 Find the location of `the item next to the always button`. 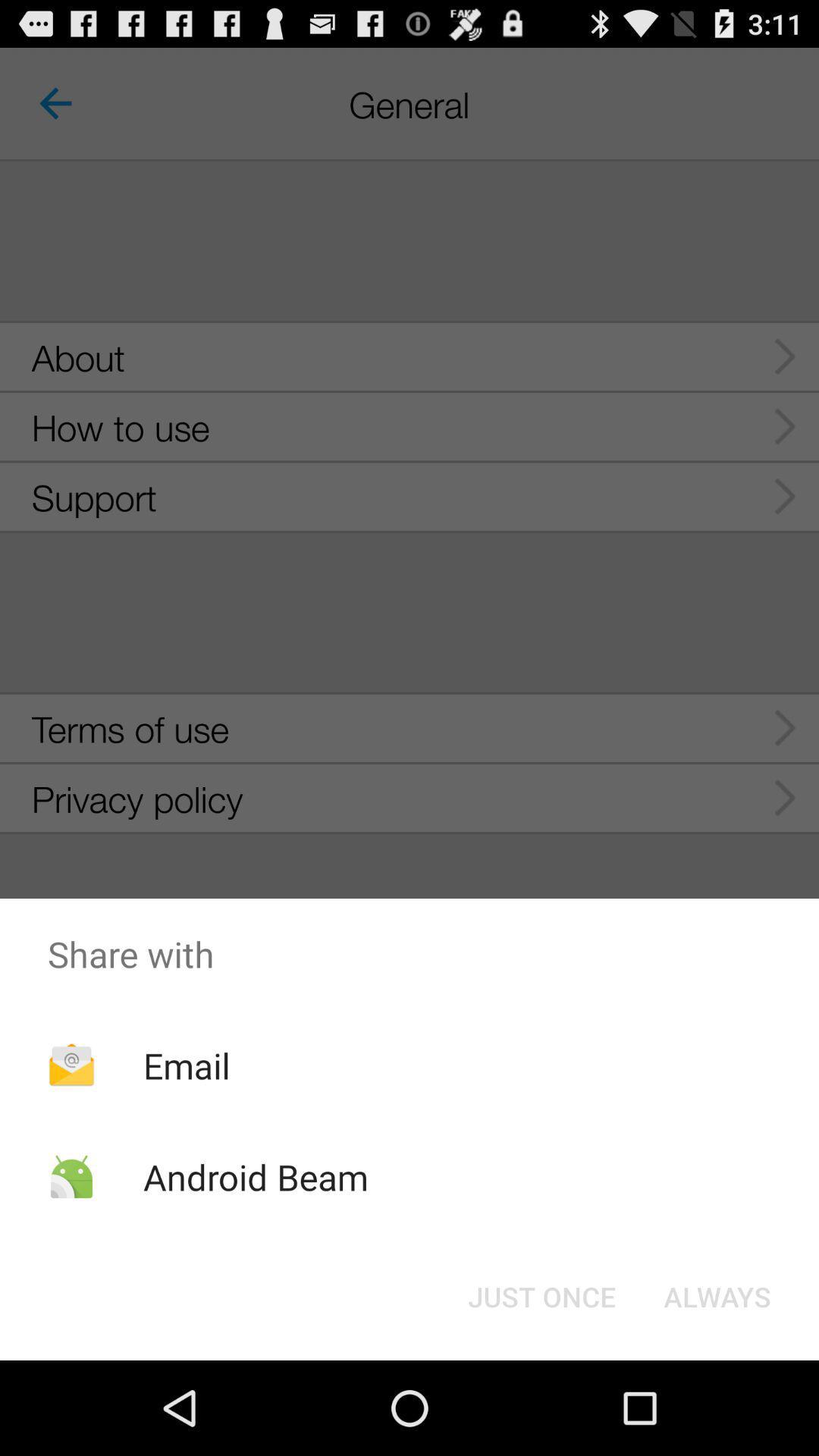

the item next to the always button is located at coordinates (541, 1295).